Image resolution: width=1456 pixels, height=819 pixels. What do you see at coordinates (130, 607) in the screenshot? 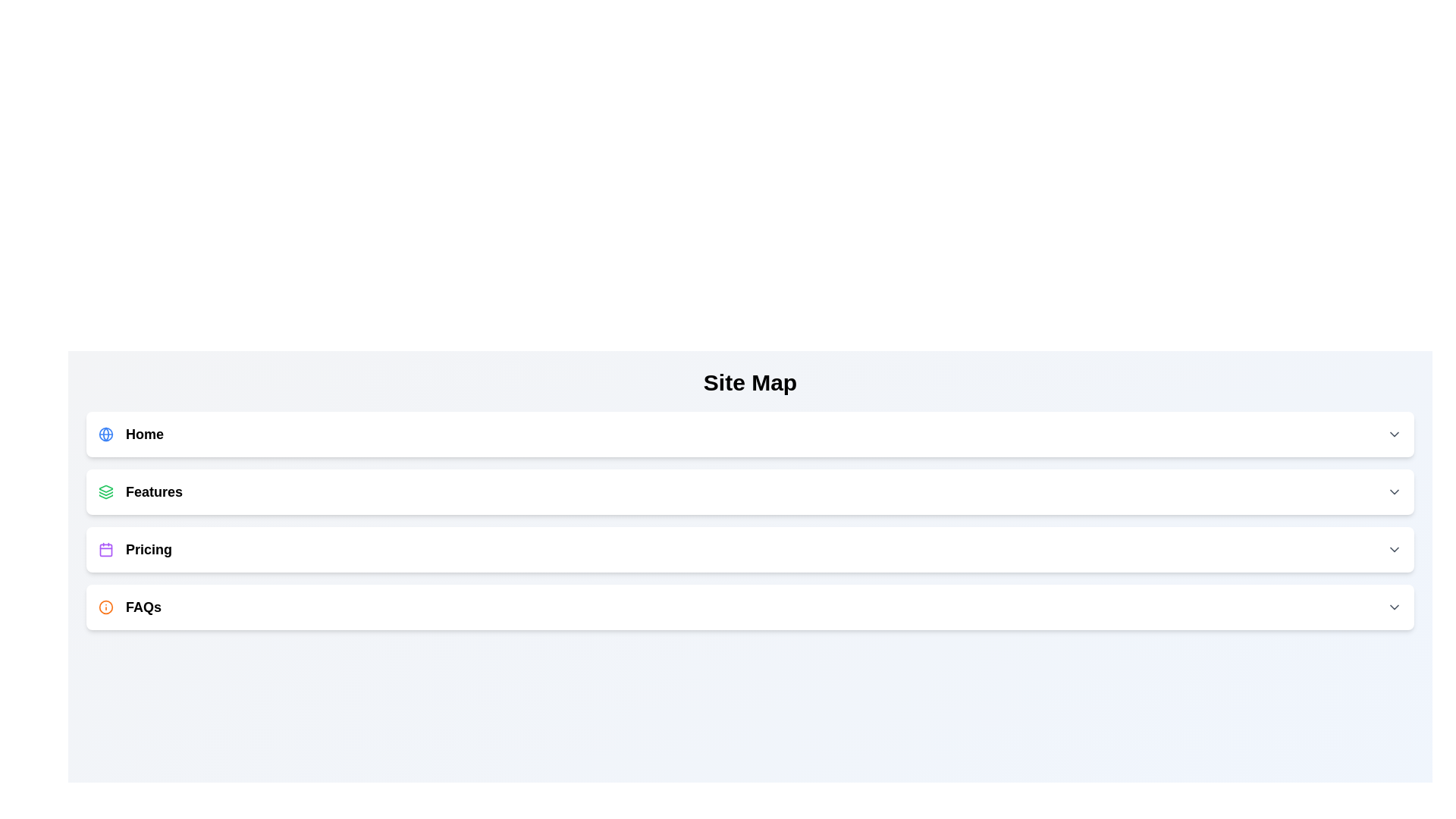
I see `the fourth label in the vertical list that provides access to Frequently Asked Questions` at bounding box center [130, 607].